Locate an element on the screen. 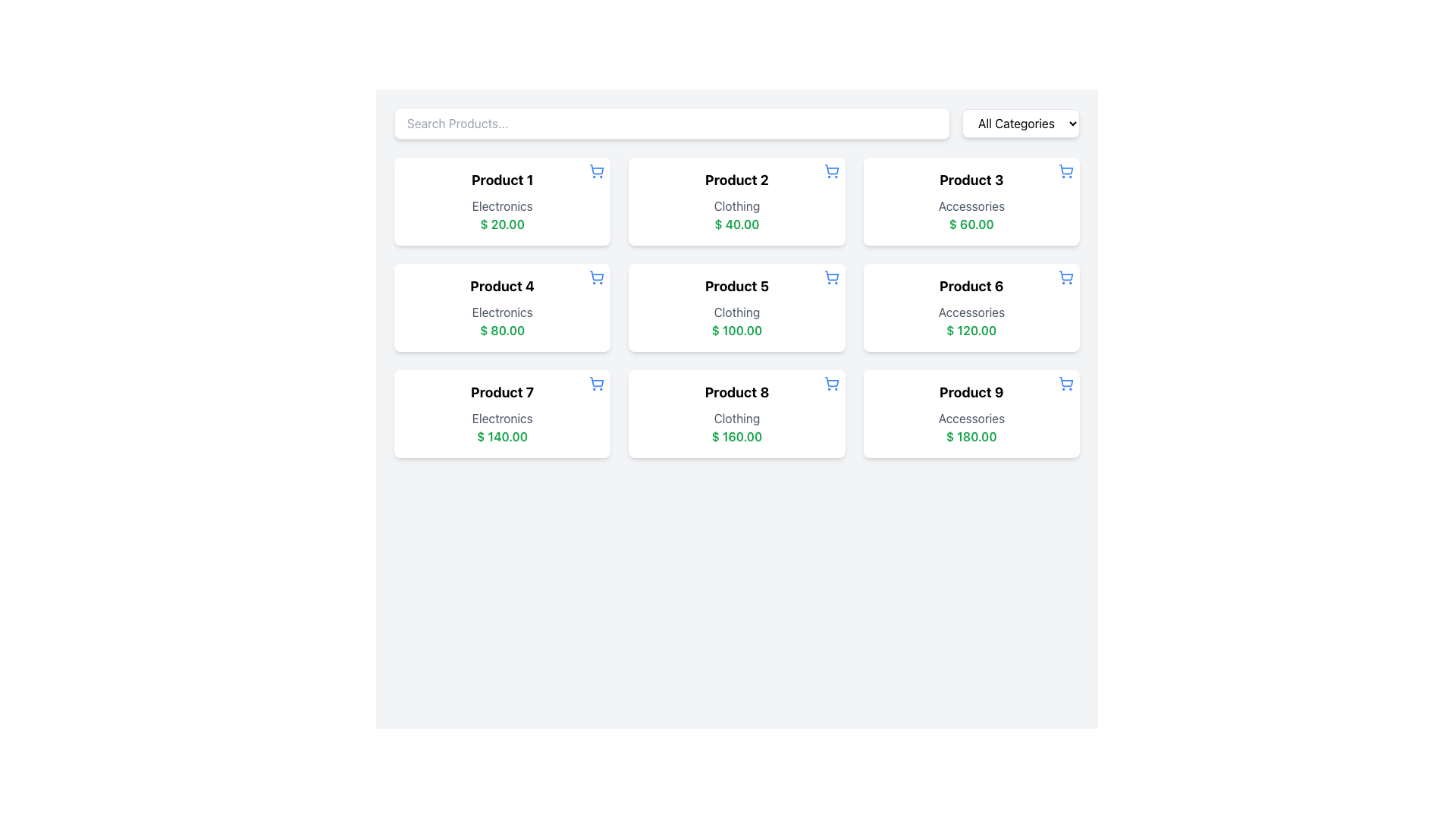 The image size is (1456, 819). the blue shopping cart icon in the top right corner of the 'Product 5' card is located at coordinates (830, 278).